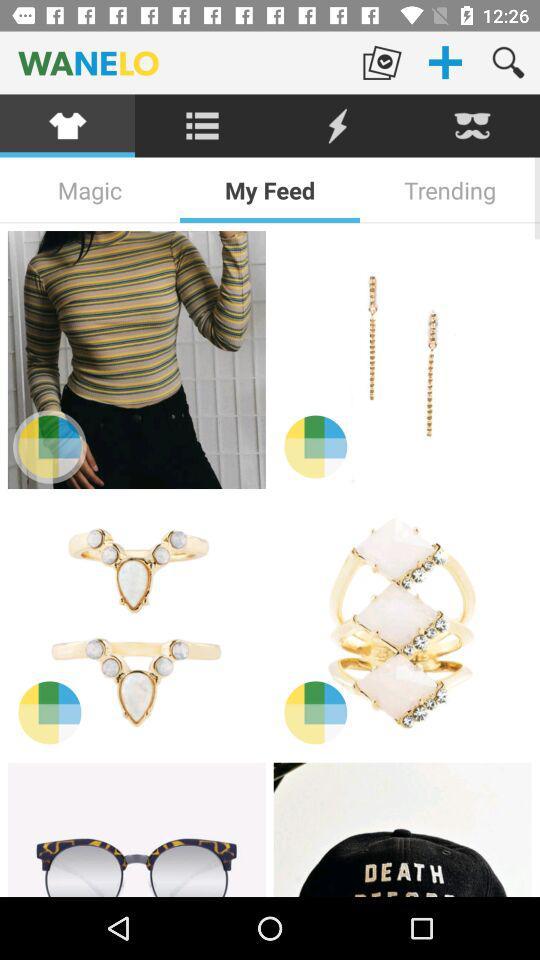 The width and height of the screenshot is (540, 960). Describe the element at coordinates (472, 125) in the screenshot. I see `hide tab` at that location.